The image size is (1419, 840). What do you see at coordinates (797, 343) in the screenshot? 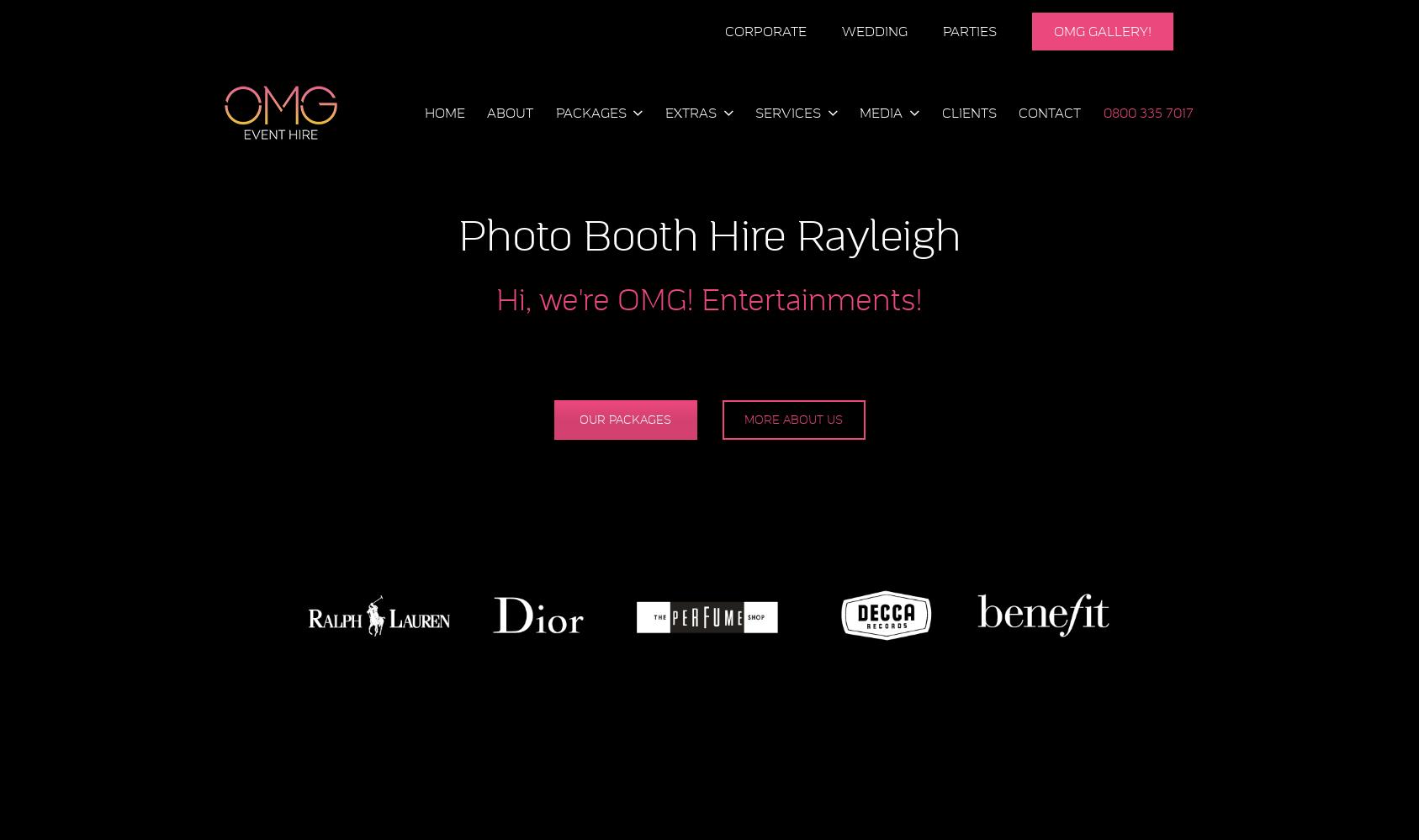
I see `'your email is safe with us.'` at bounding box center [797, 343].